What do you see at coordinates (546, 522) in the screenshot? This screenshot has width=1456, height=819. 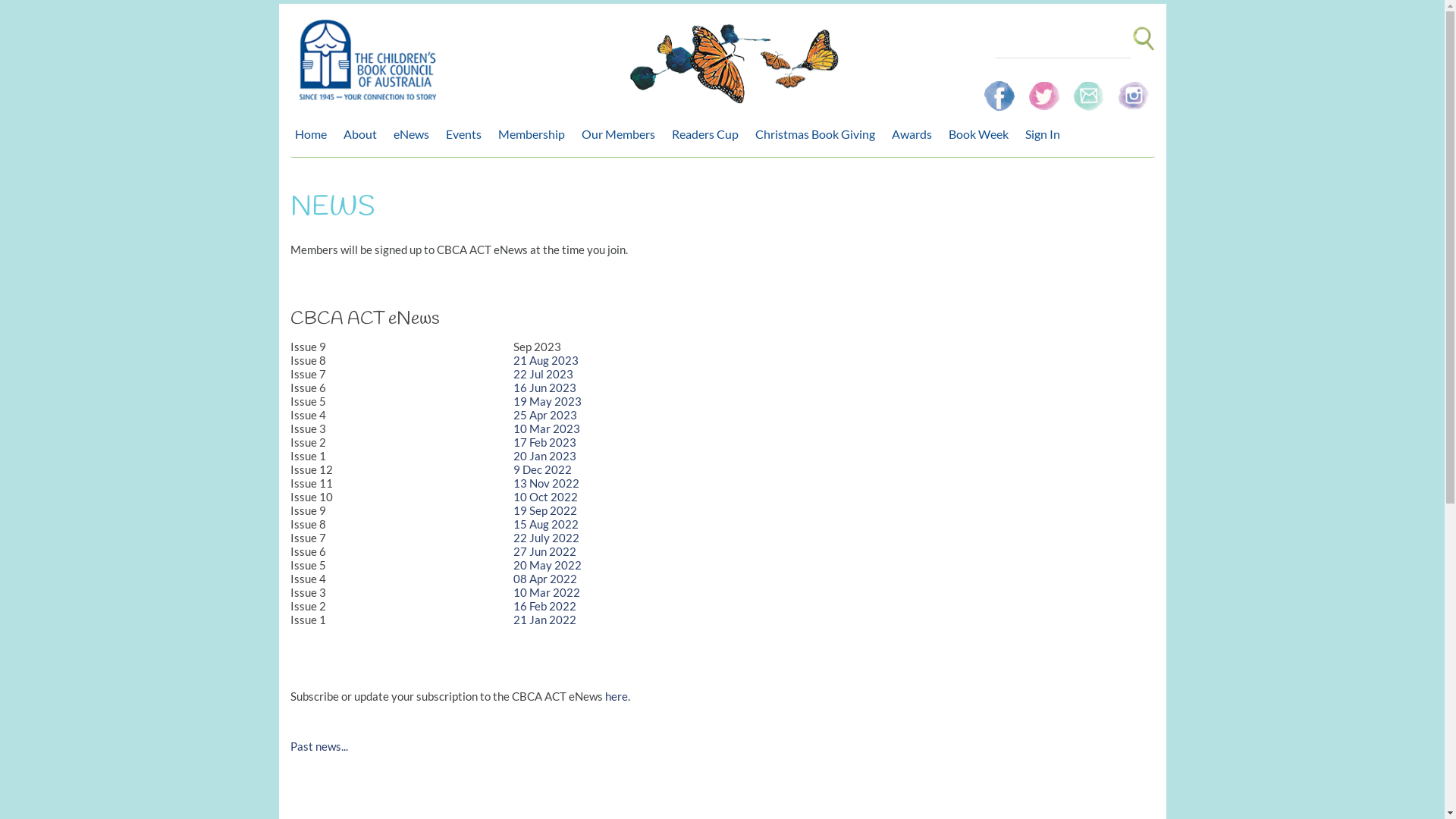 I see `'15 Aug 2022'` at bounding box center [546, 522].